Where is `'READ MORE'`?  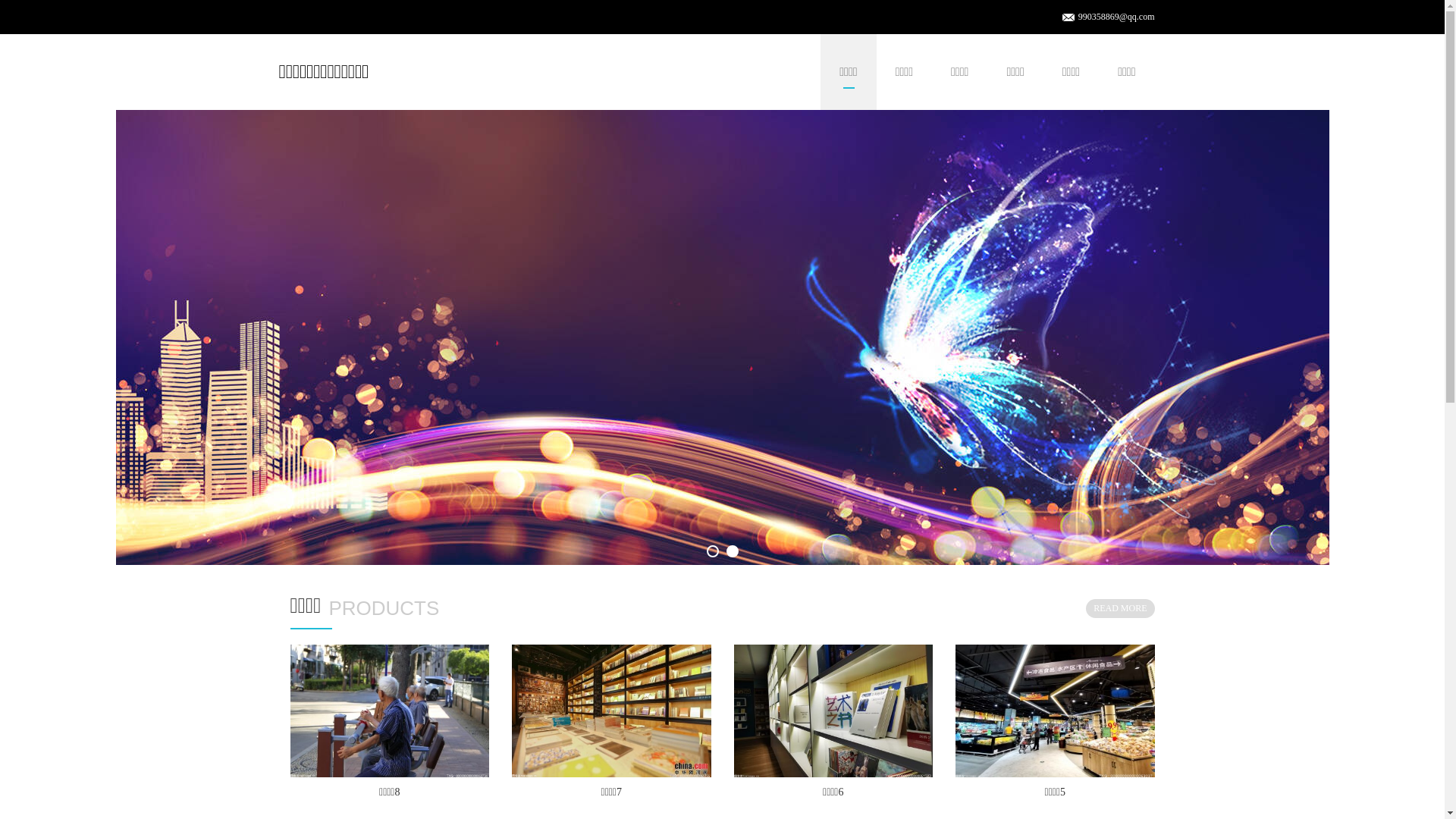
'READ MORE' is located at coordinates (1120, 607).